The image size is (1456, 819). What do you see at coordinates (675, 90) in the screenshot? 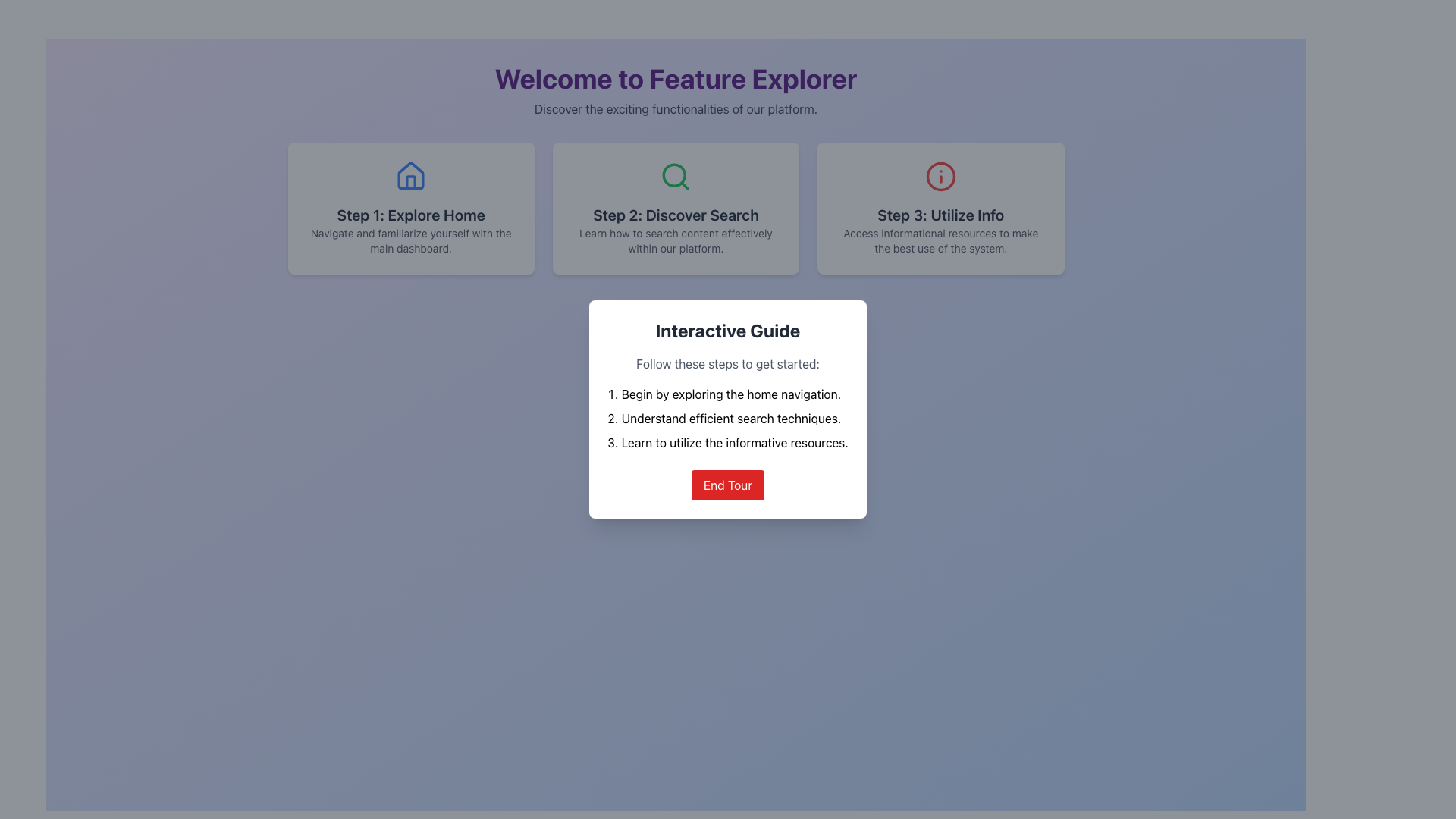
I see `the welcoming header located at the top of the Feature Explorer interface, which introduces the user to its purpose` at bounding box center [675, 90].